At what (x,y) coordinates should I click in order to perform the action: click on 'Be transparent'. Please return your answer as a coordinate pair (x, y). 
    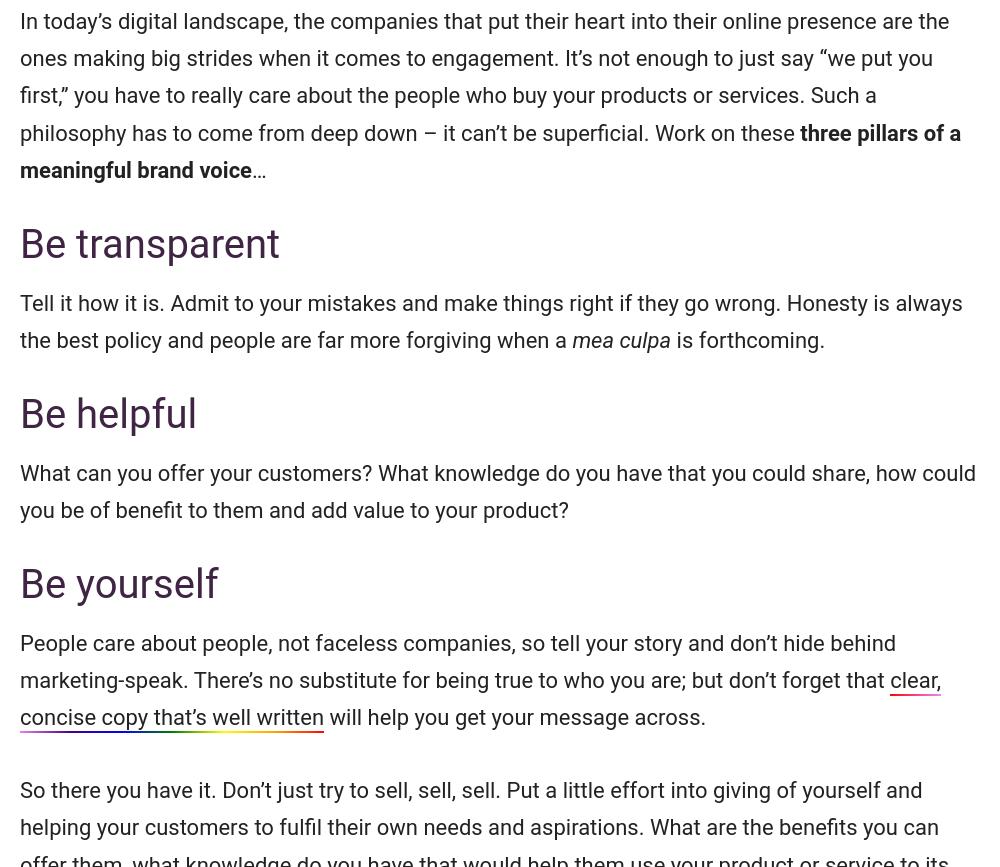
    Looking at the image, I should click on (20, 243).